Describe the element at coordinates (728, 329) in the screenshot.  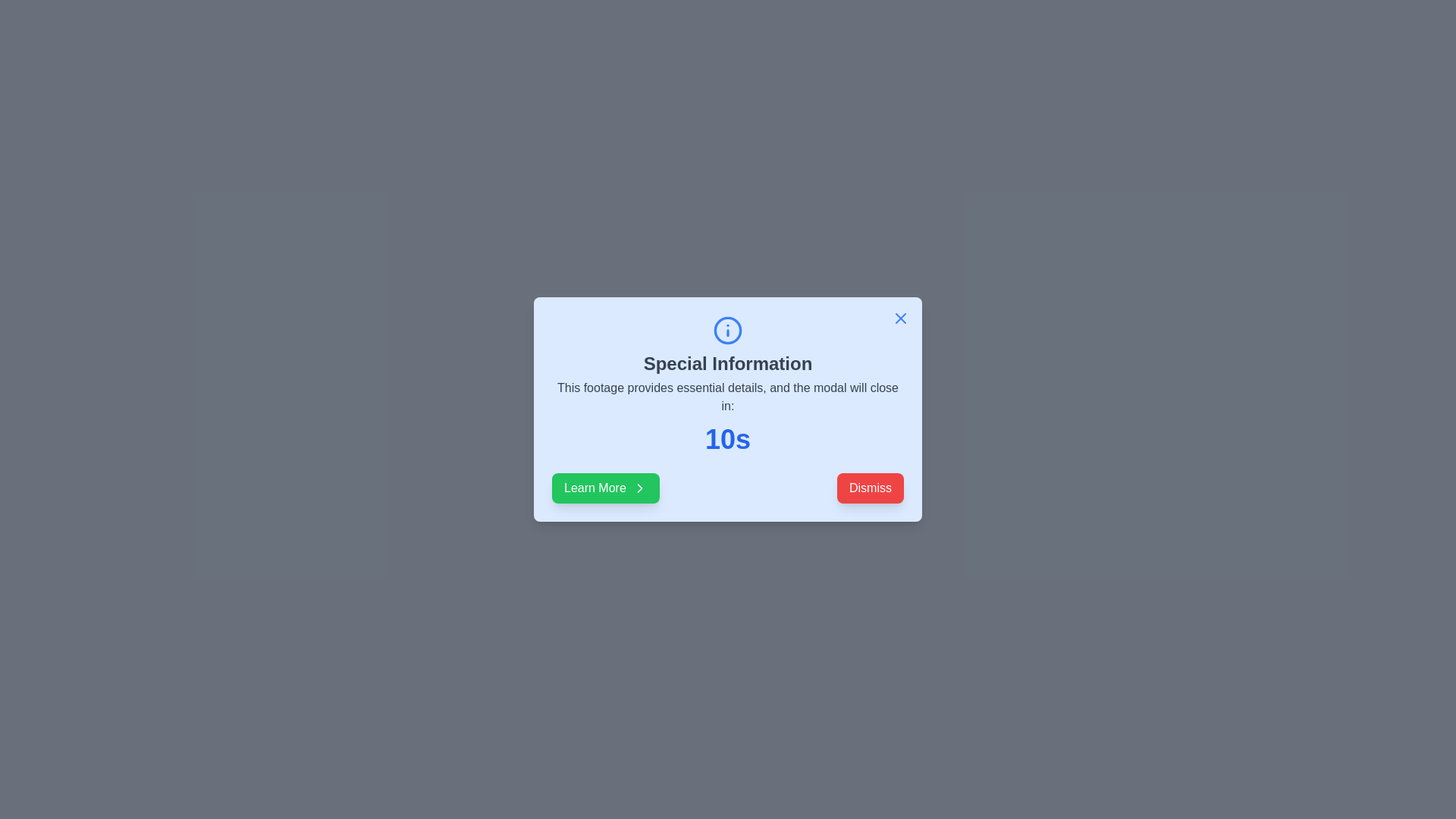
I see `the Icon graphic (SVG) located at the top of the modal dialog, above the title text 'Special Information', which is centered horizontally in the modal` at that location.